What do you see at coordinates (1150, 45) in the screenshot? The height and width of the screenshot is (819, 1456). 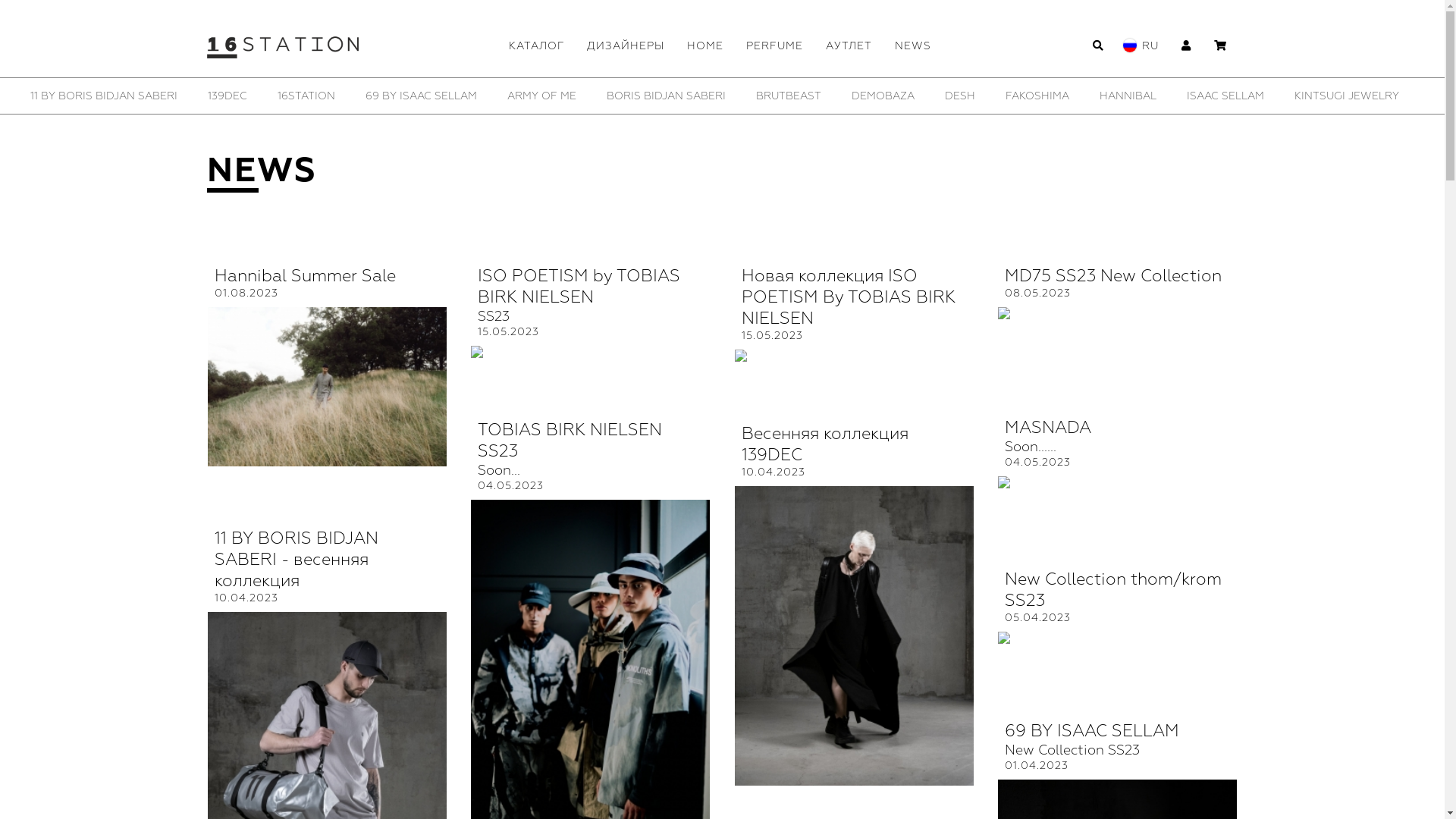 I see `'RU'` at bounding box center [1150, 45].